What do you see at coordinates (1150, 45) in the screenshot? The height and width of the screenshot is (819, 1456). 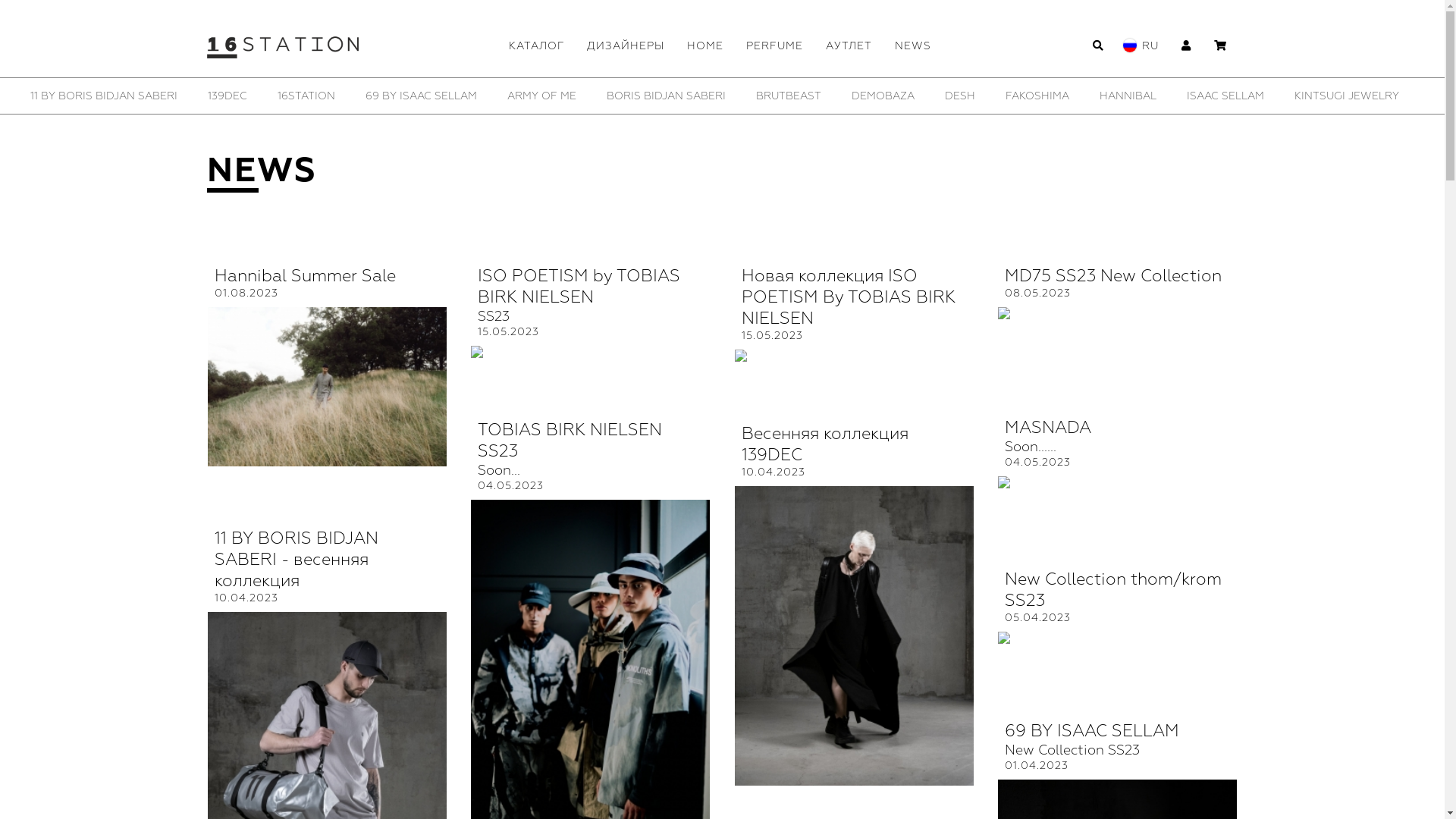 I see `'RU'` at bounding box center [1150, 45].